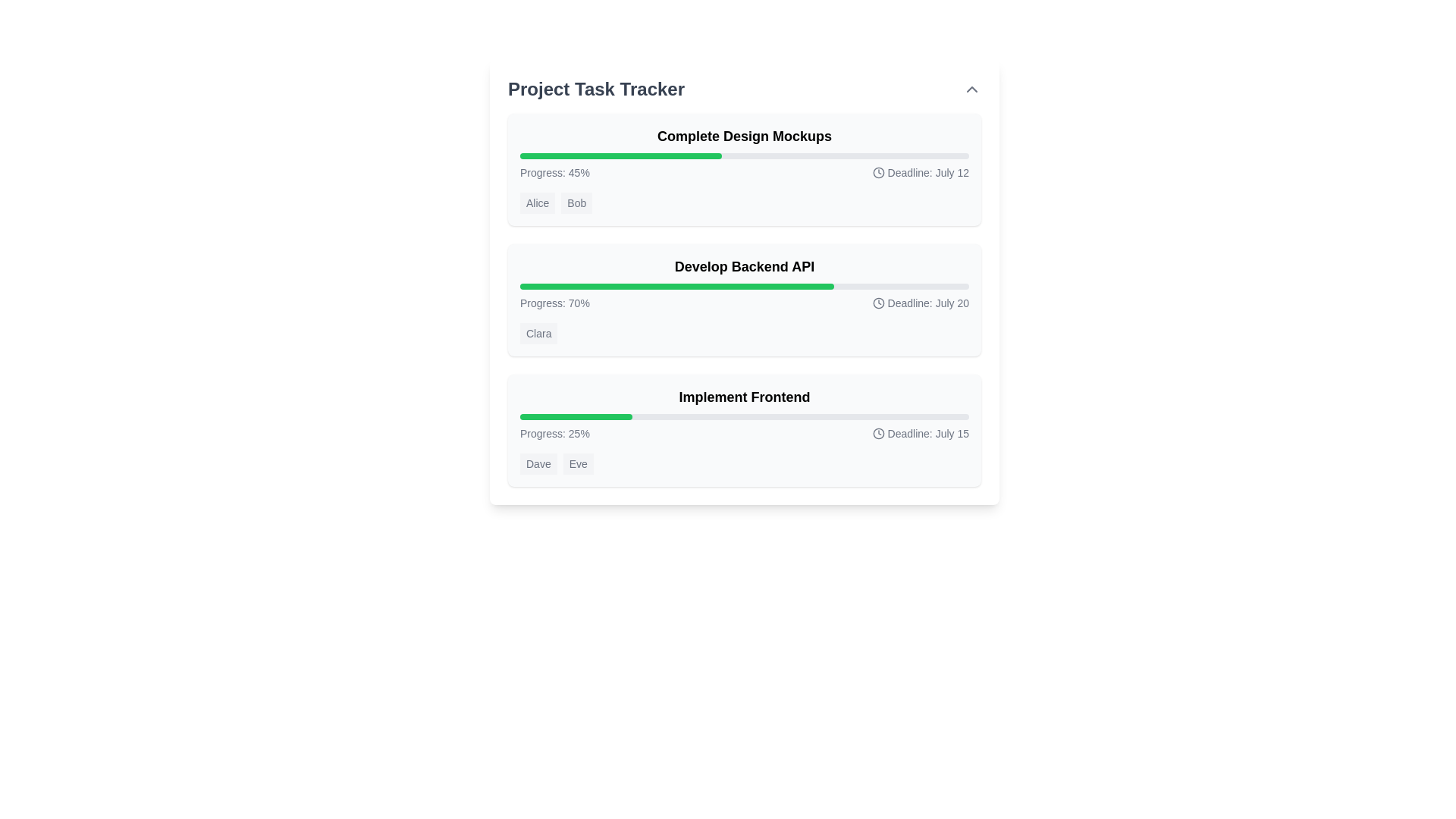 The width and height of the screenshot is (1456, 819). What do you see at coordinates (595, 89) in the screenshot?
I see `the title text label that serves as the main context indicator of the page, positioned at the top-left of the interface` at bounding box center [595, 89].